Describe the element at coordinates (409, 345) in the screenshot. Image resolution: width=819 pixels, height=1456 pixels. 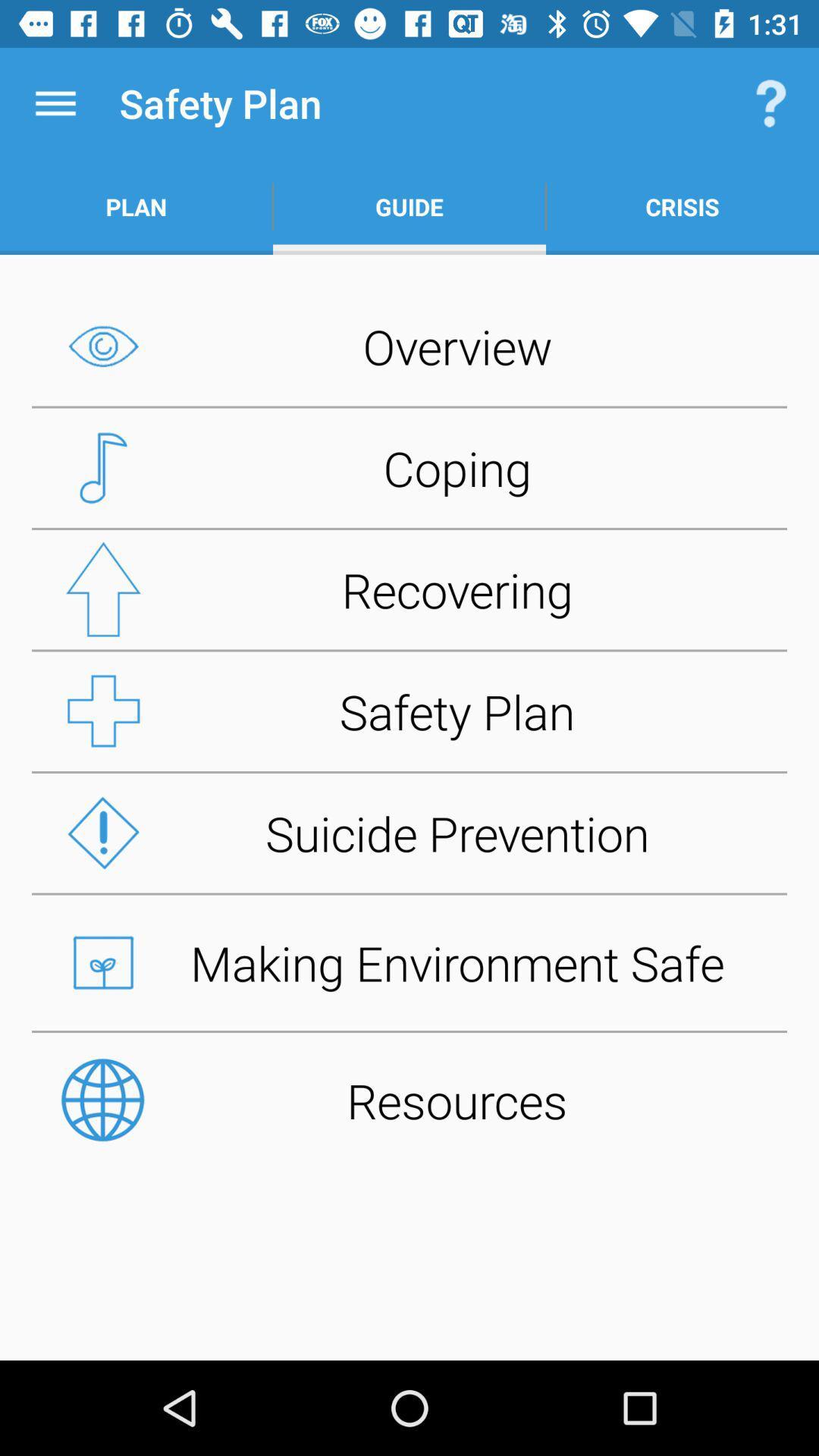
I see `the app below plan app` at that location.